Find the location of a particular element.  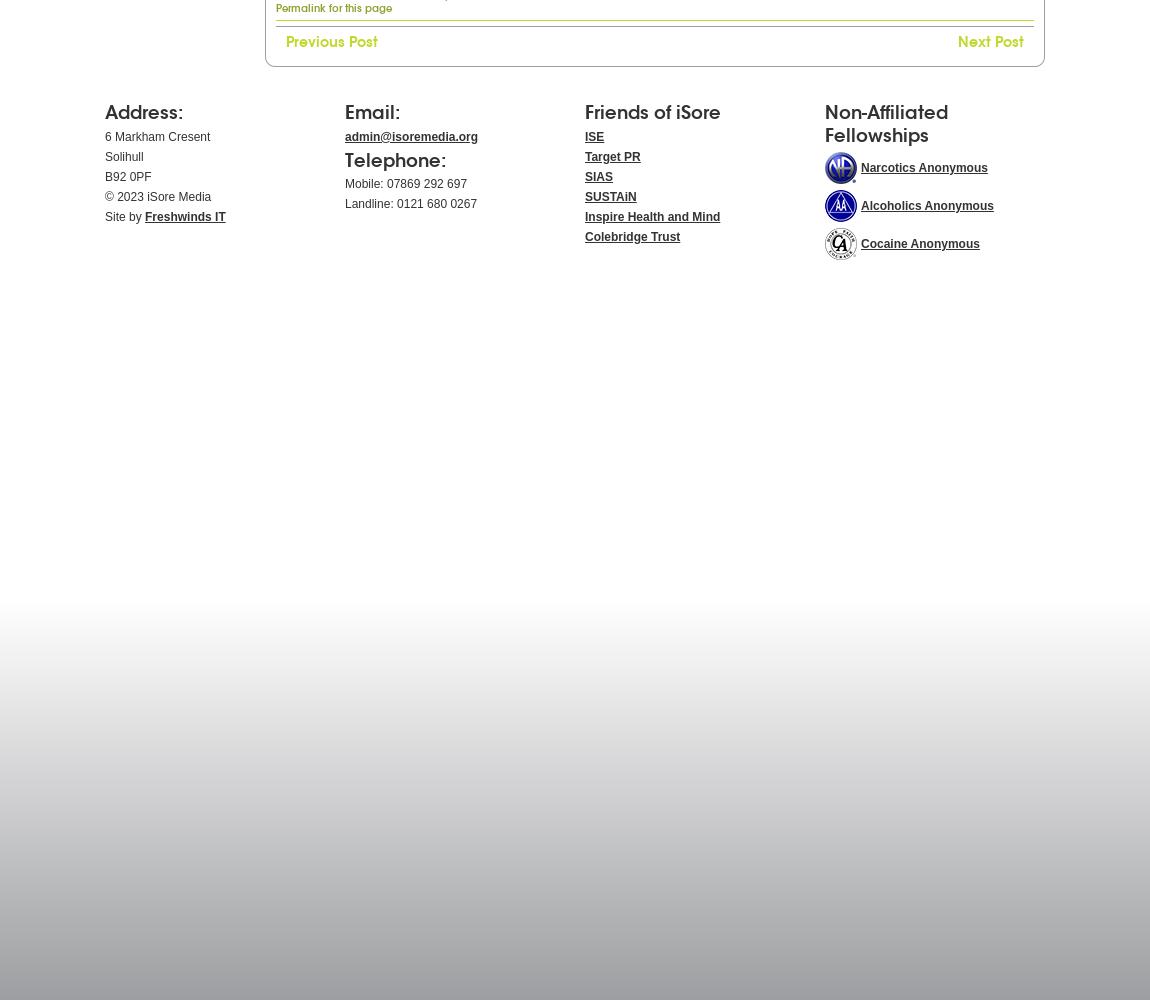

'Narcotics Anonymous' is located at coordinates (924, 168).